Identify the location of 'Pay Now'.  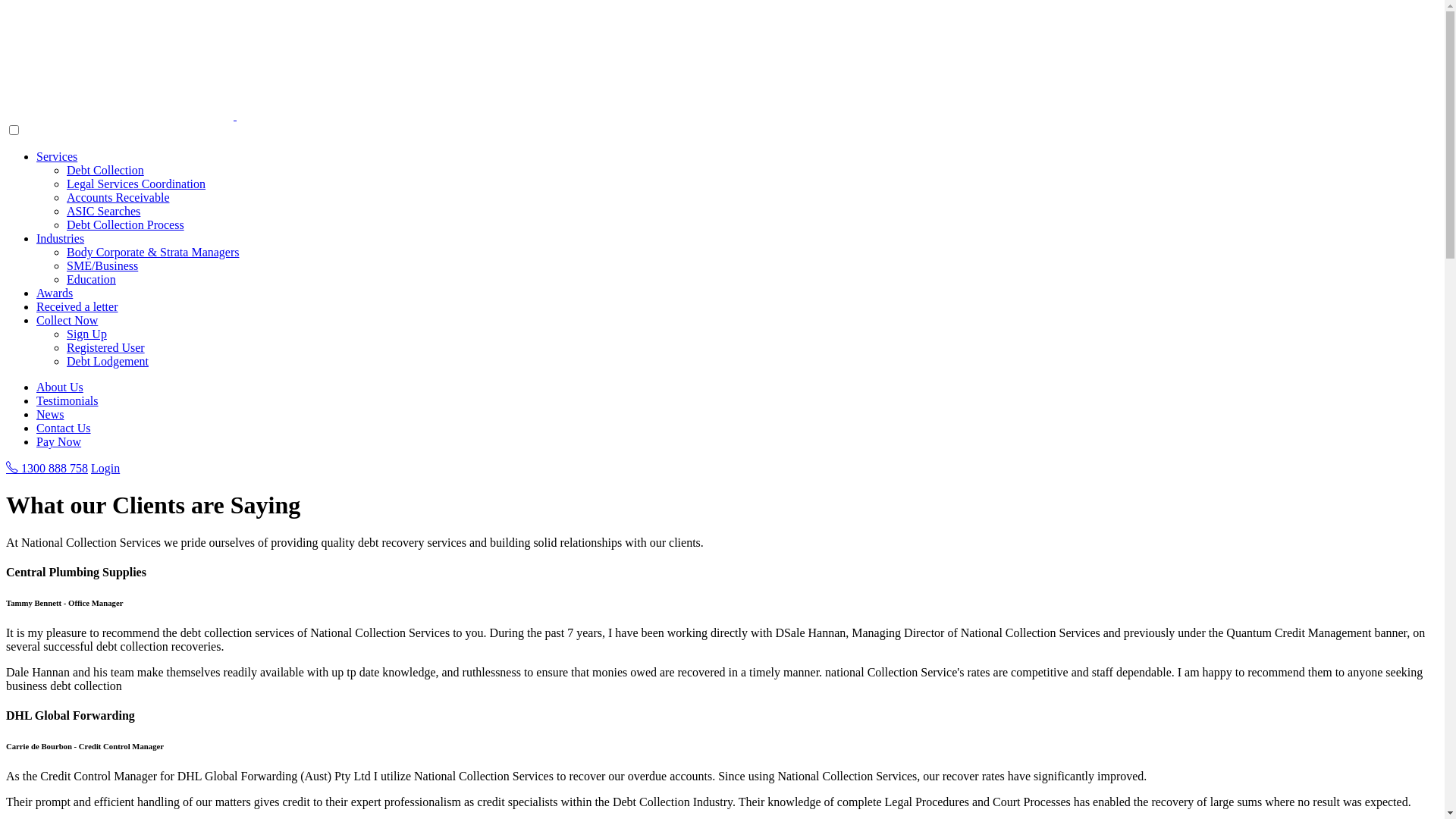
(58, 441).